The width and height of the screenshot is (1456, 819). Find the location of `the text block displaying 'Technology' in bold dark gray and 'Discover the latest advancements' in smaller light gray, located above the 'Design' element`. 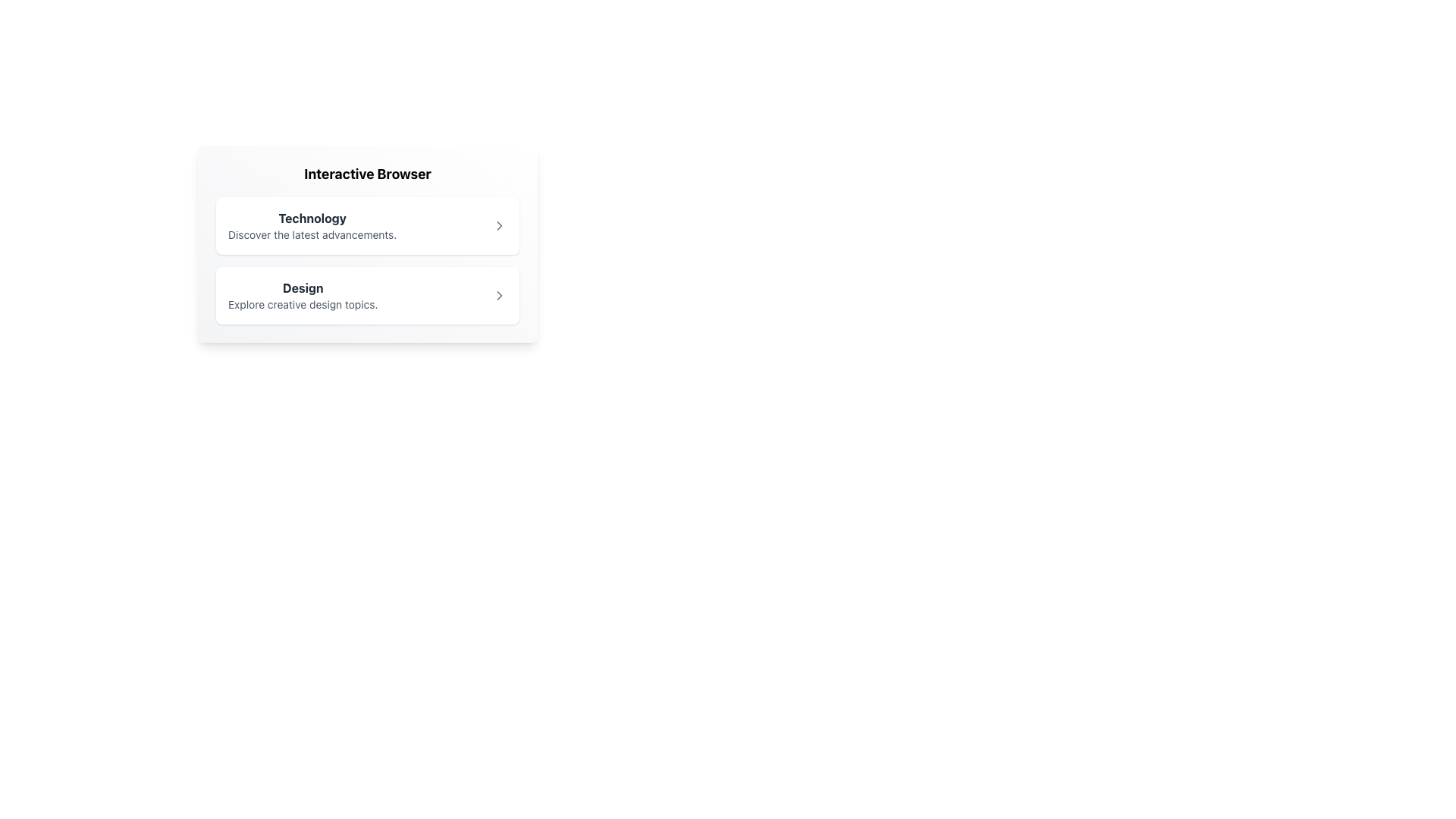

the text block displaying 'Technology' in bold dark gray and 'Discover the latest advancements' in smaller light gray, located above the 'Design' element is located at coordinates (312, 225).